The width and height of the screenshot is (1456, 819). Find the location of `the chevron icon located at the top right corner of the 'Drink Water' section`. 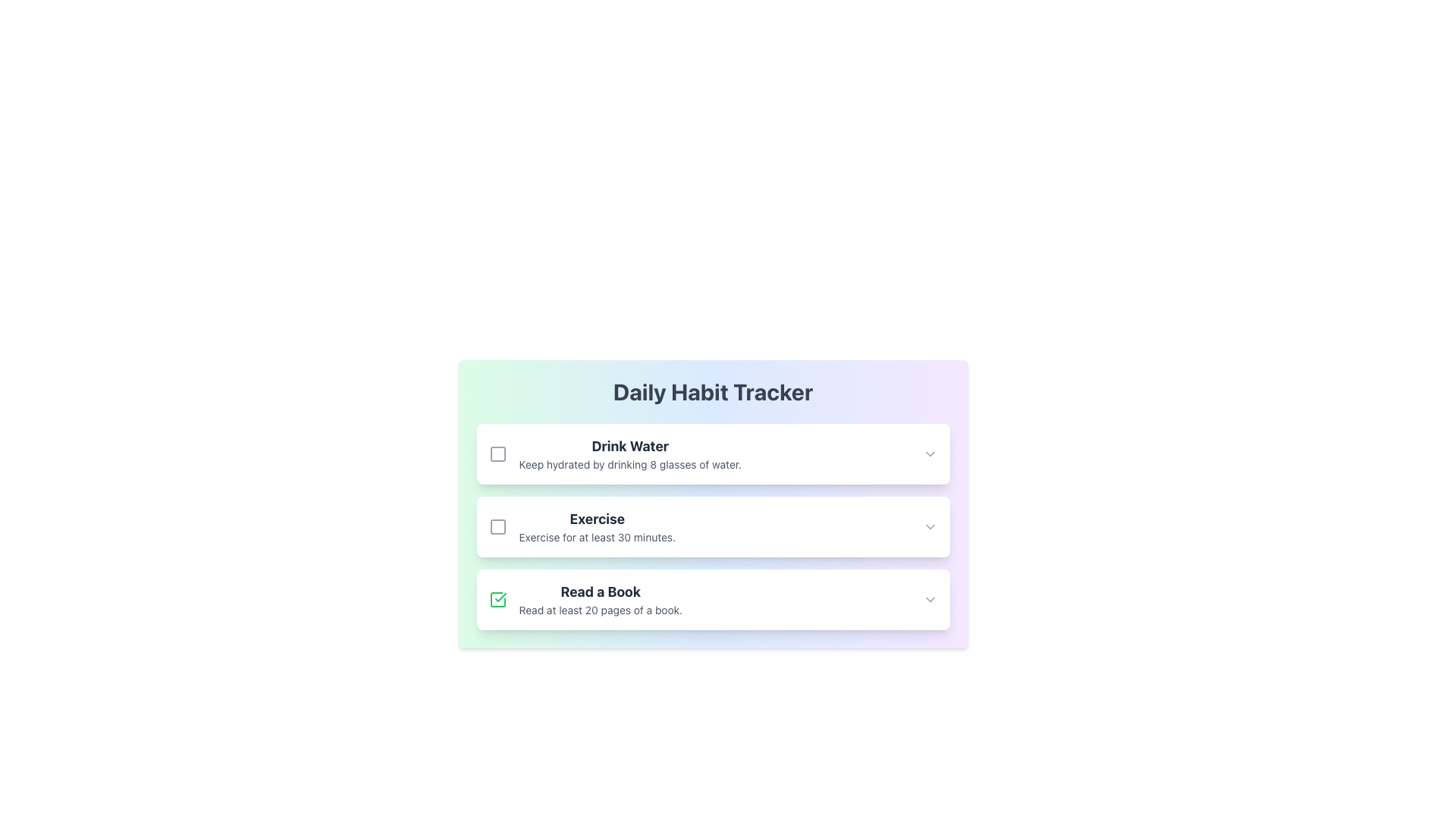

the chevron icon located at the top right corner of the 'Drink Water' section is located at coordinates (929, 453).